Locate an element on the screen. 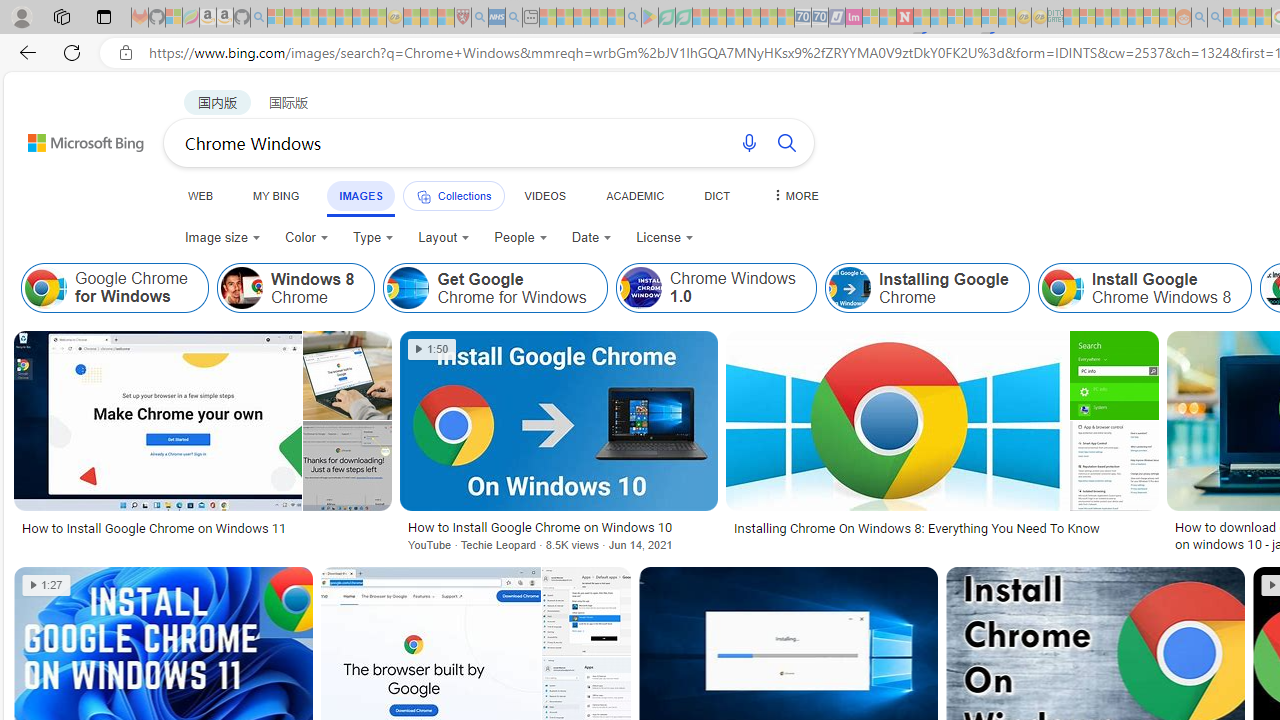  'Chrome Windows 1.0' is located at coordinates (716, 288).